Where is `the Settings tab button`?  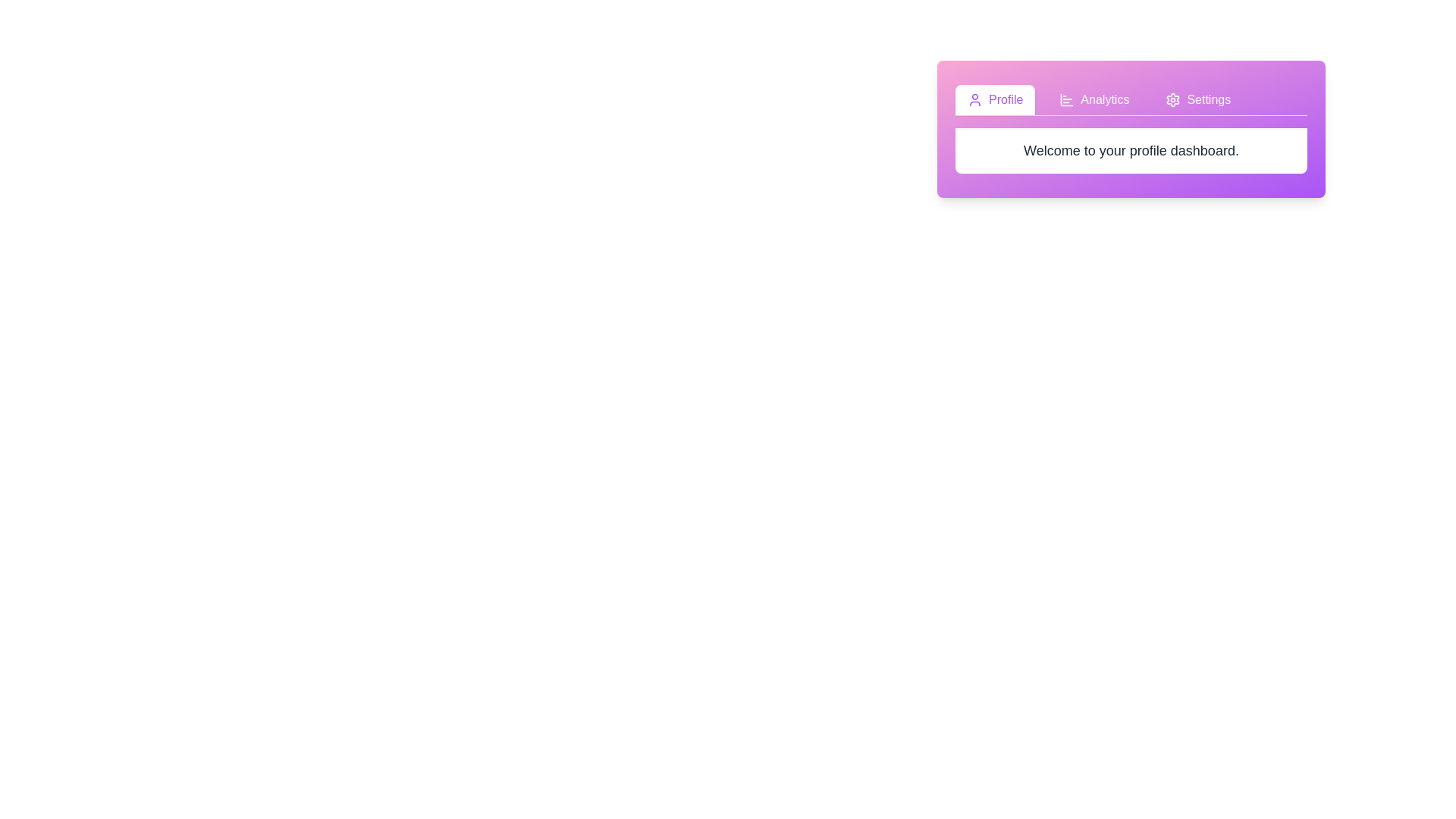 the Settings tab button is located at coordinates (1197, 99).